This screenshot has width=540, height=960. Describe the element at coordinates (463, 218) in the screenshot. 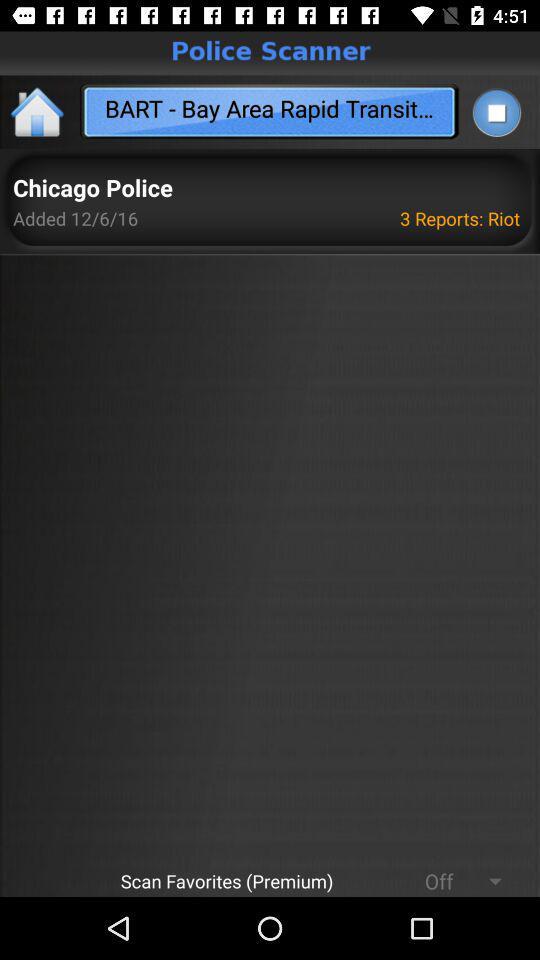

I see `the icon next to the chicago police item` at that location.